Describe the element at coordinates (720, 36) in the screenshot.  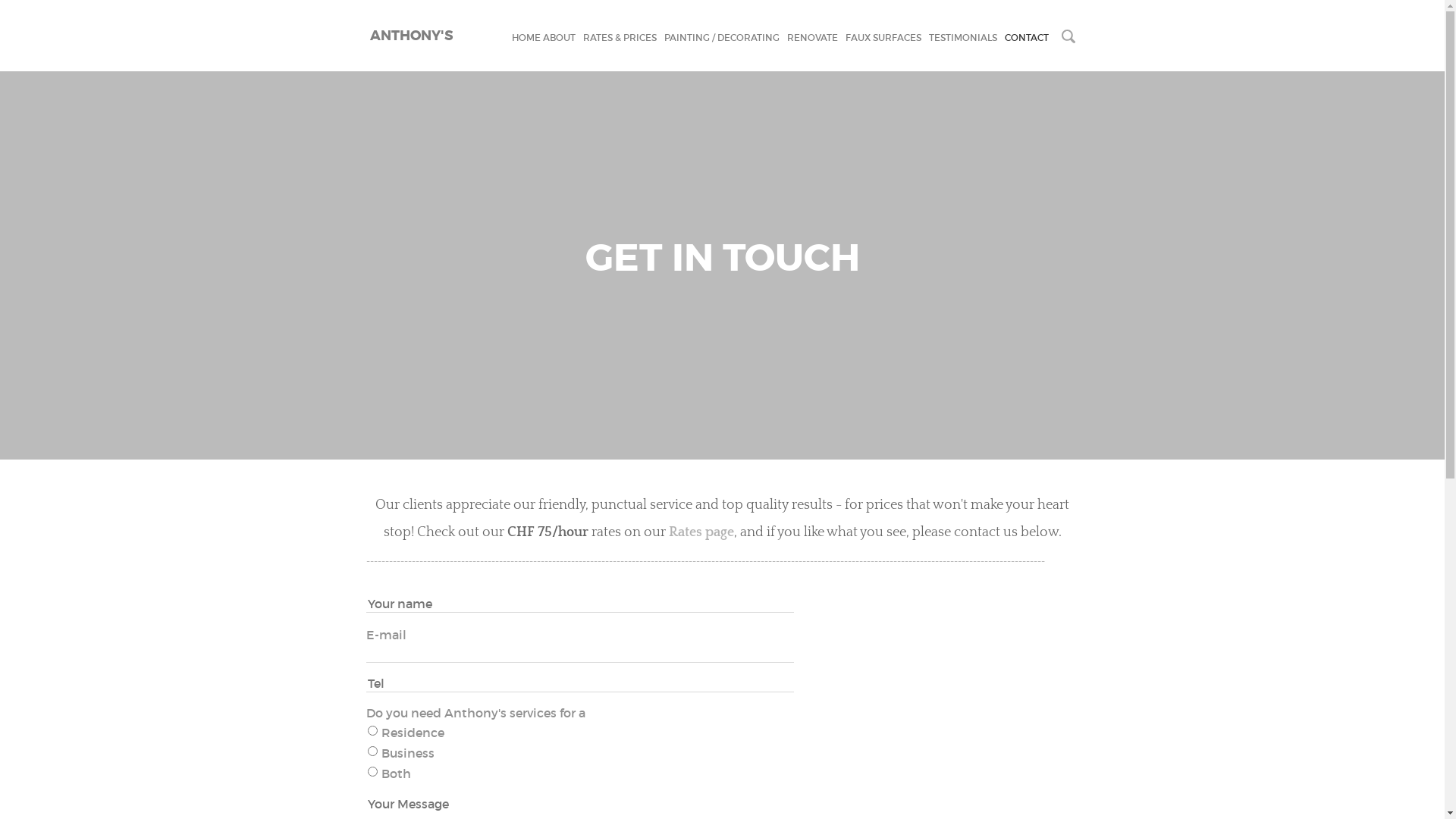
I see `'PAINTING / DECORATING'` at that location.